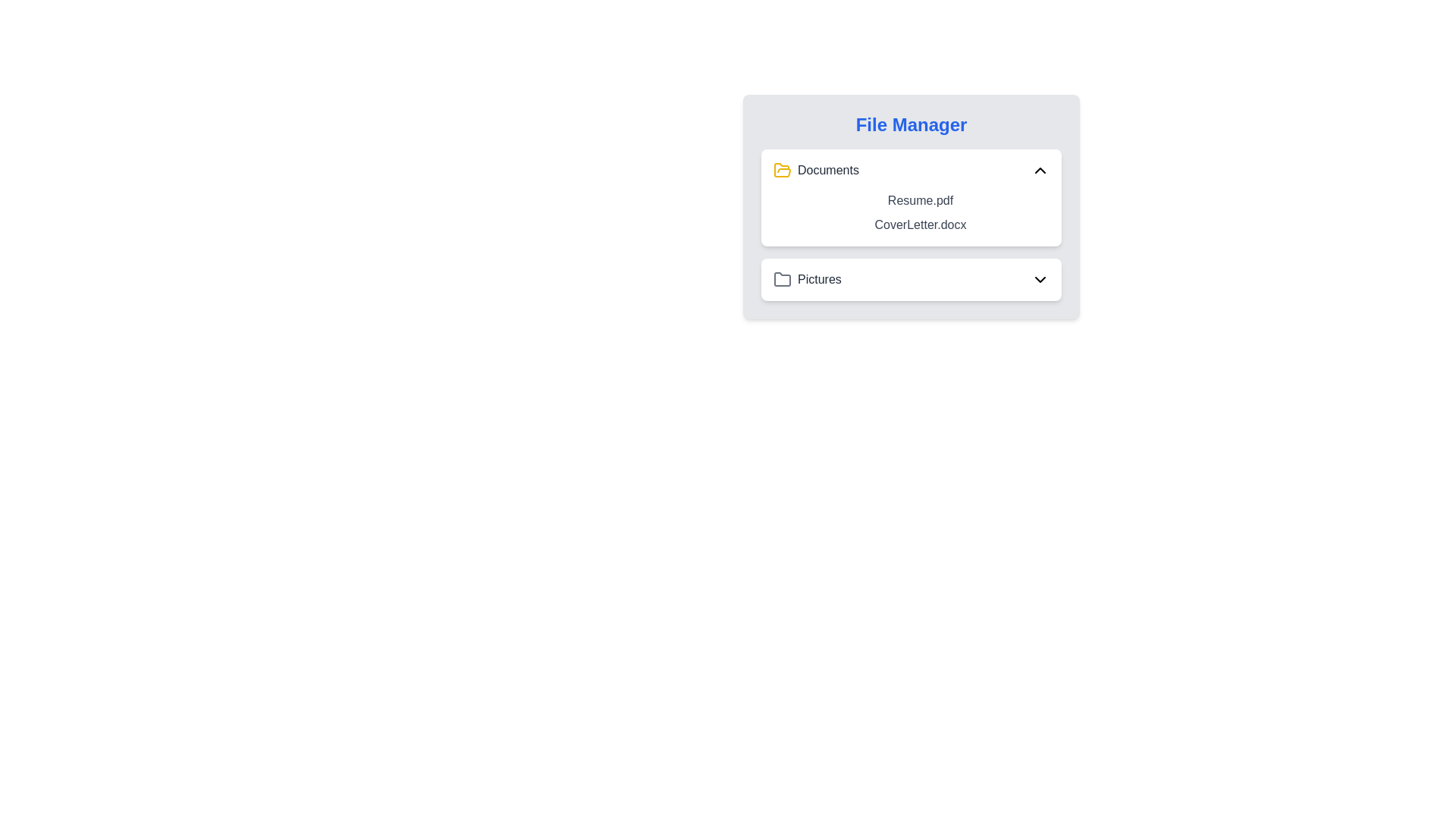 Image resolution: width=1456 pixels, height=819 pixels. Describe the element at coordinates (806, 280) in the screenshot. I see `the 'Pictures' folder item located below the 'Documents' folder in the file manager interface` at that location.